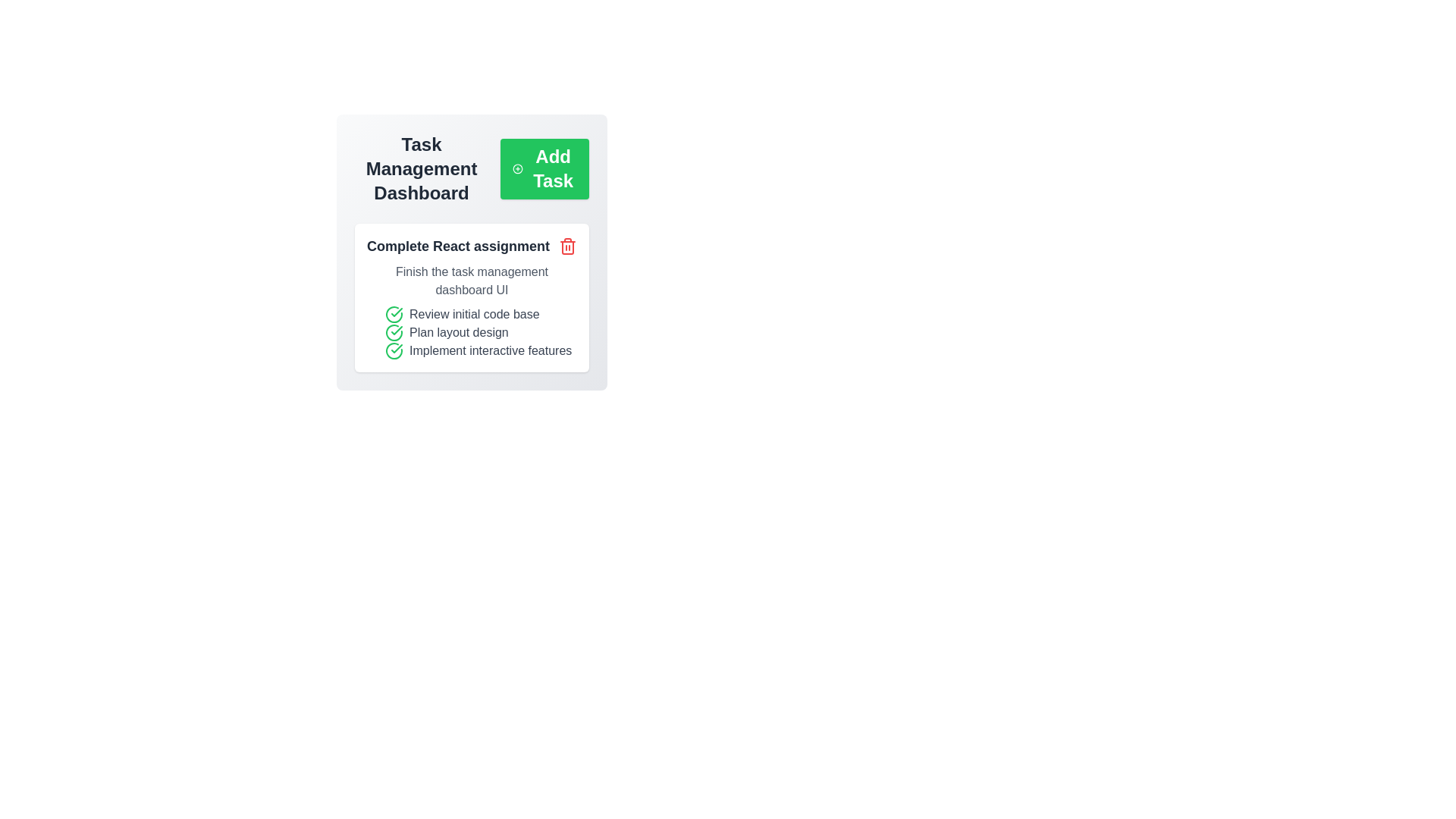 The width and height of the screenshot is (1456, 819). I want to click on the text within the checklist item in the task management interface under the 'Complete React assignment' section to interact with the task item, so click(471, 332).